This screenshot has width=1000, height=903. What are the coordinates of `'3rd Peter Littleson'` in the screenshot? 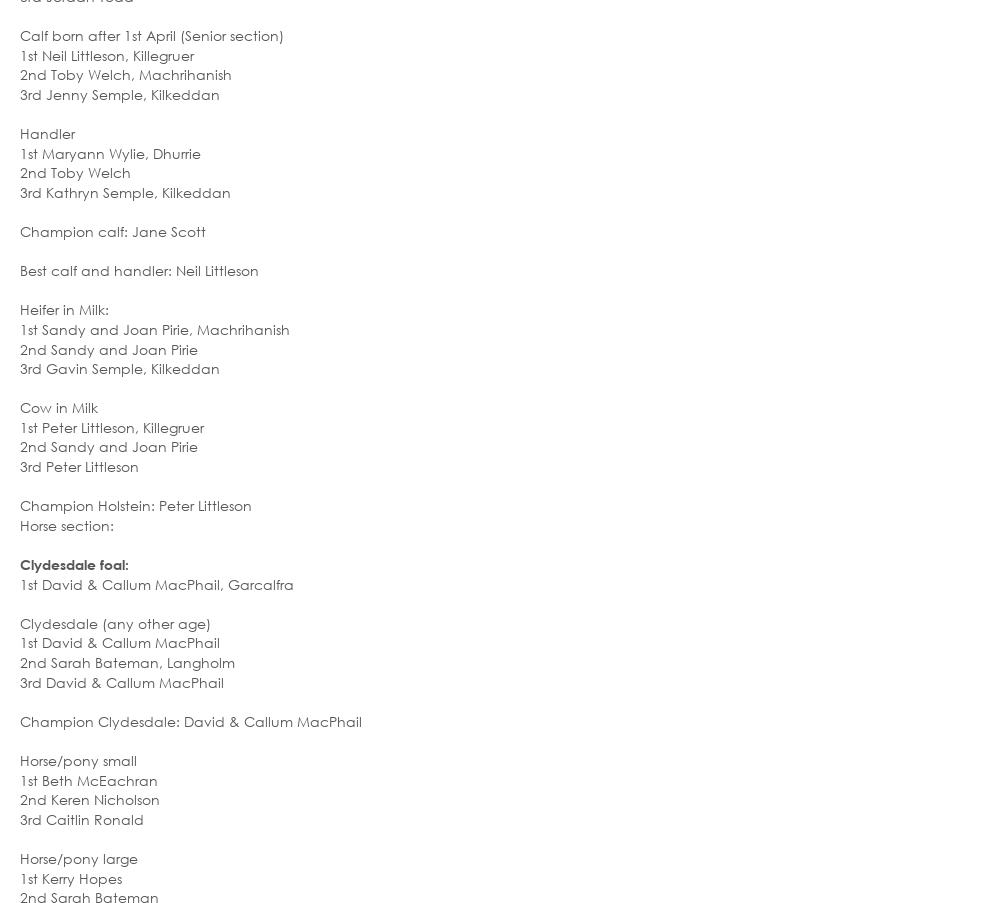 It's located at (78, 466).